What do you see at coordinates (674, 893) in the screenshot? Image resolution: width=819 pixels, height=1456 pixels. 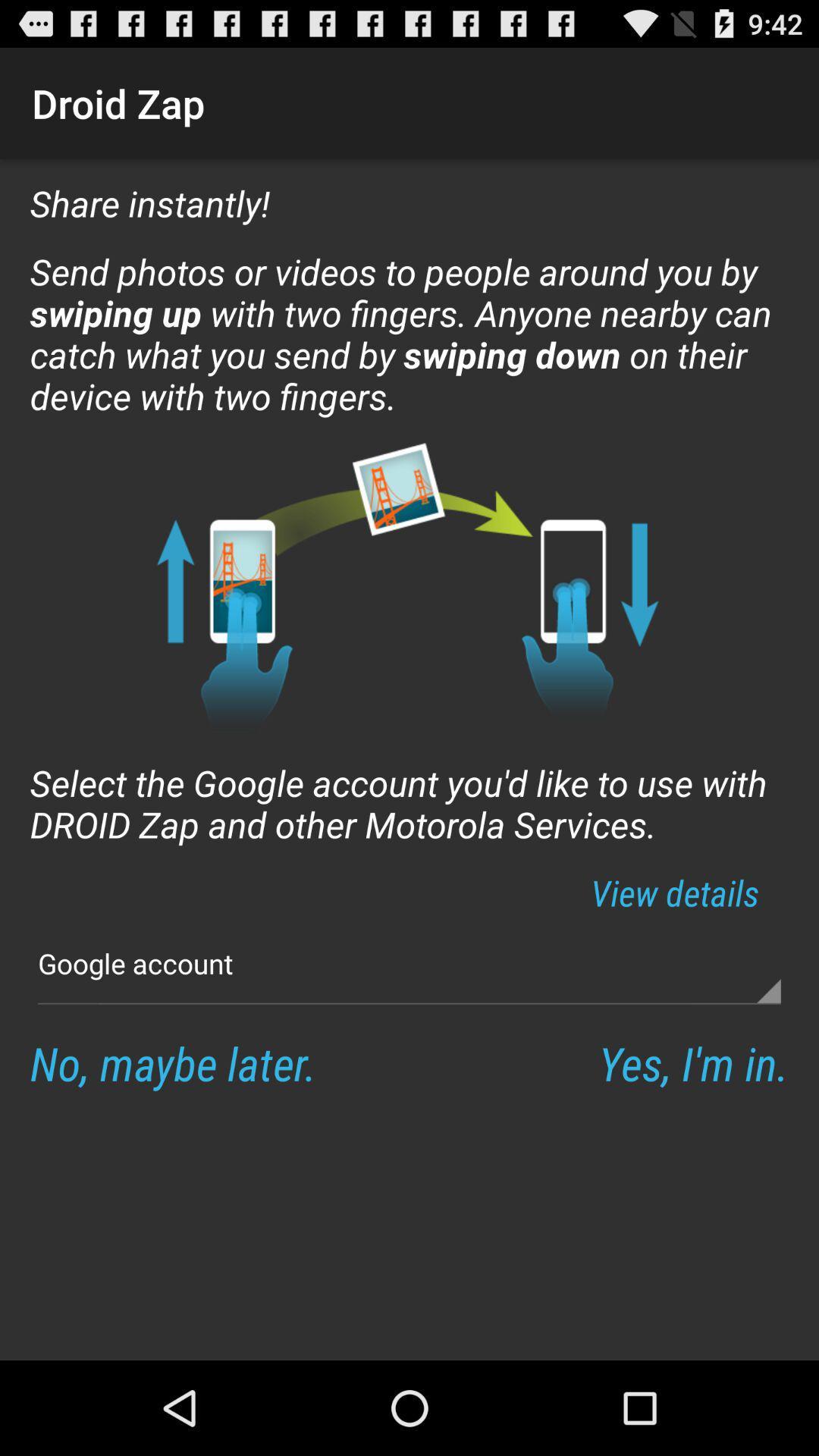 I see `item above google account icon` at bounding box center [674, 893].